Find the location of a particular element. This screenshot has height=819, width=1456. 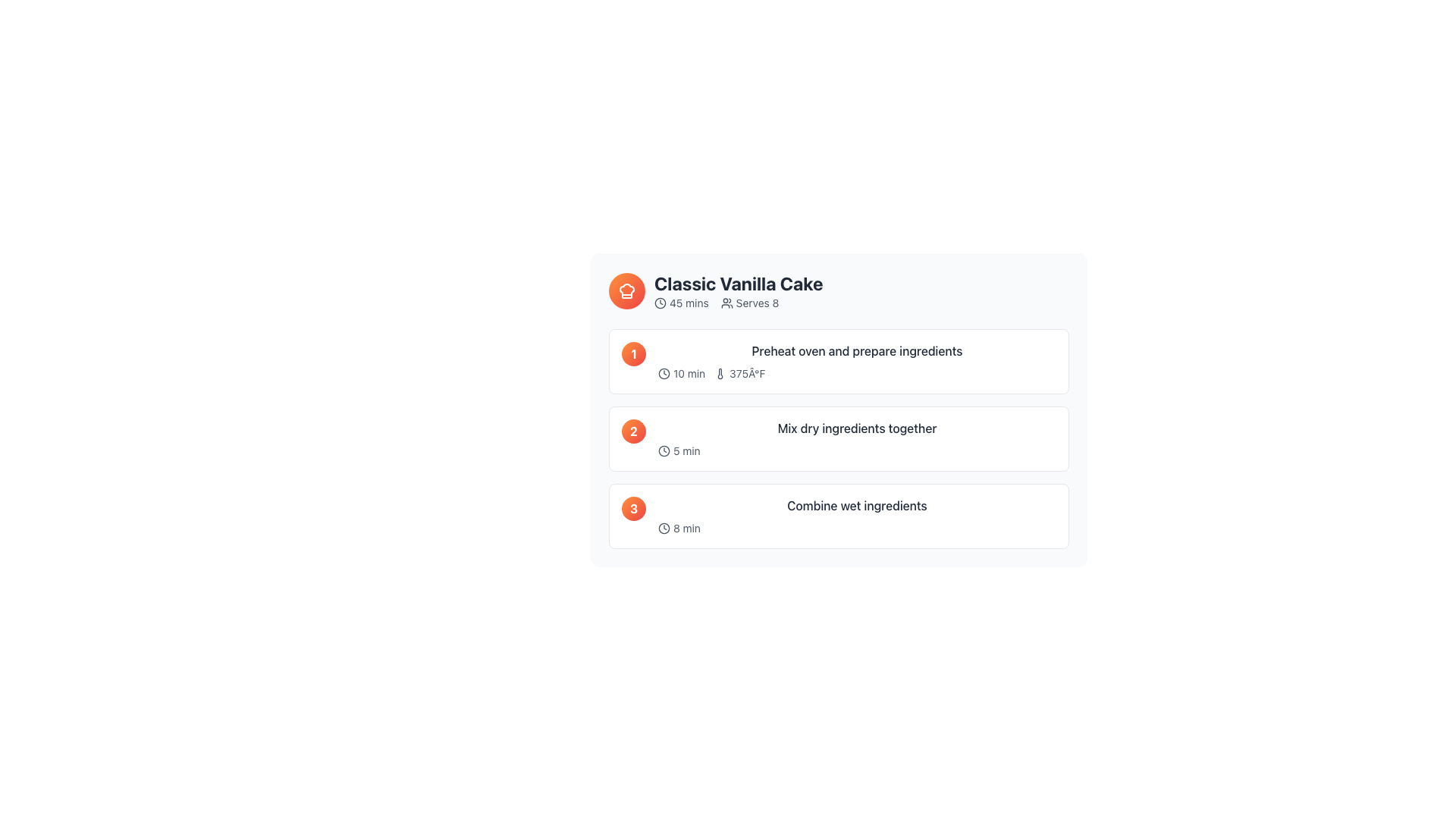

the classic thermometer icon positioned directly before the numeric text '375°F' passively is located at coordinates (720, 374).